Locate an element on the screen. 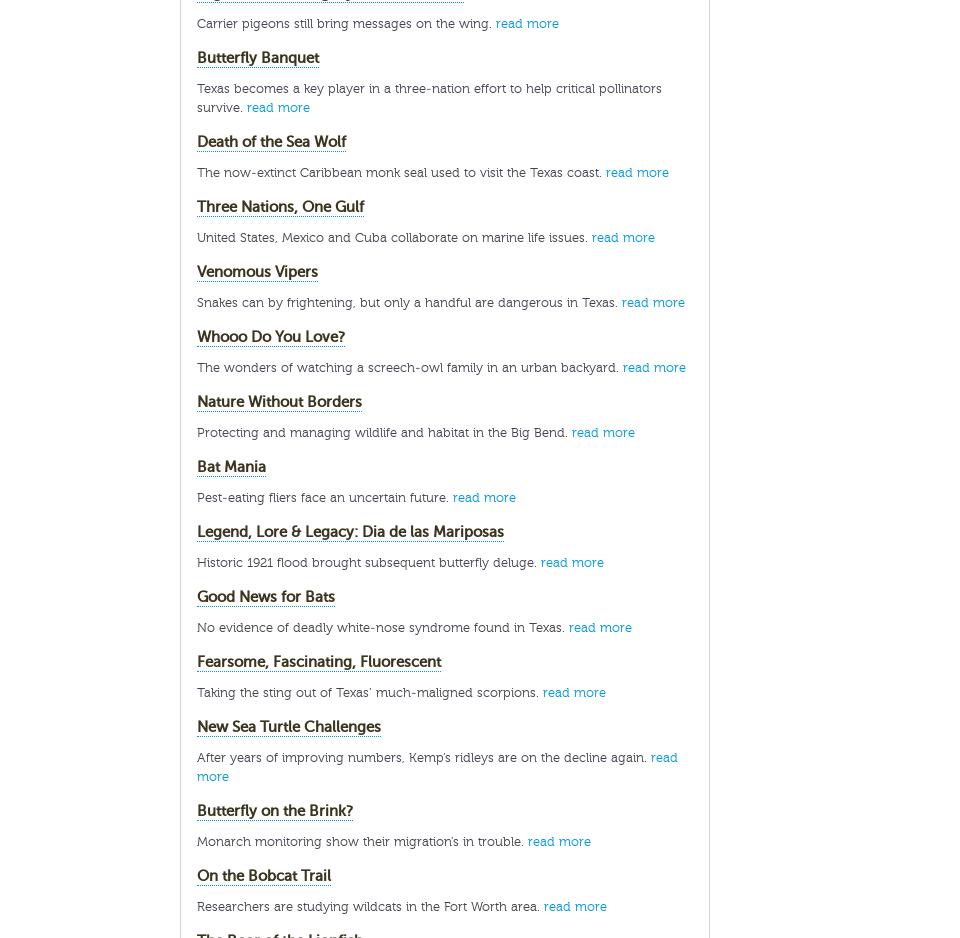 The height and width of the screenshot is (938, 960). 'Carrier pigeons still bring messages on the wing.' is located at coordinates (196, 22).